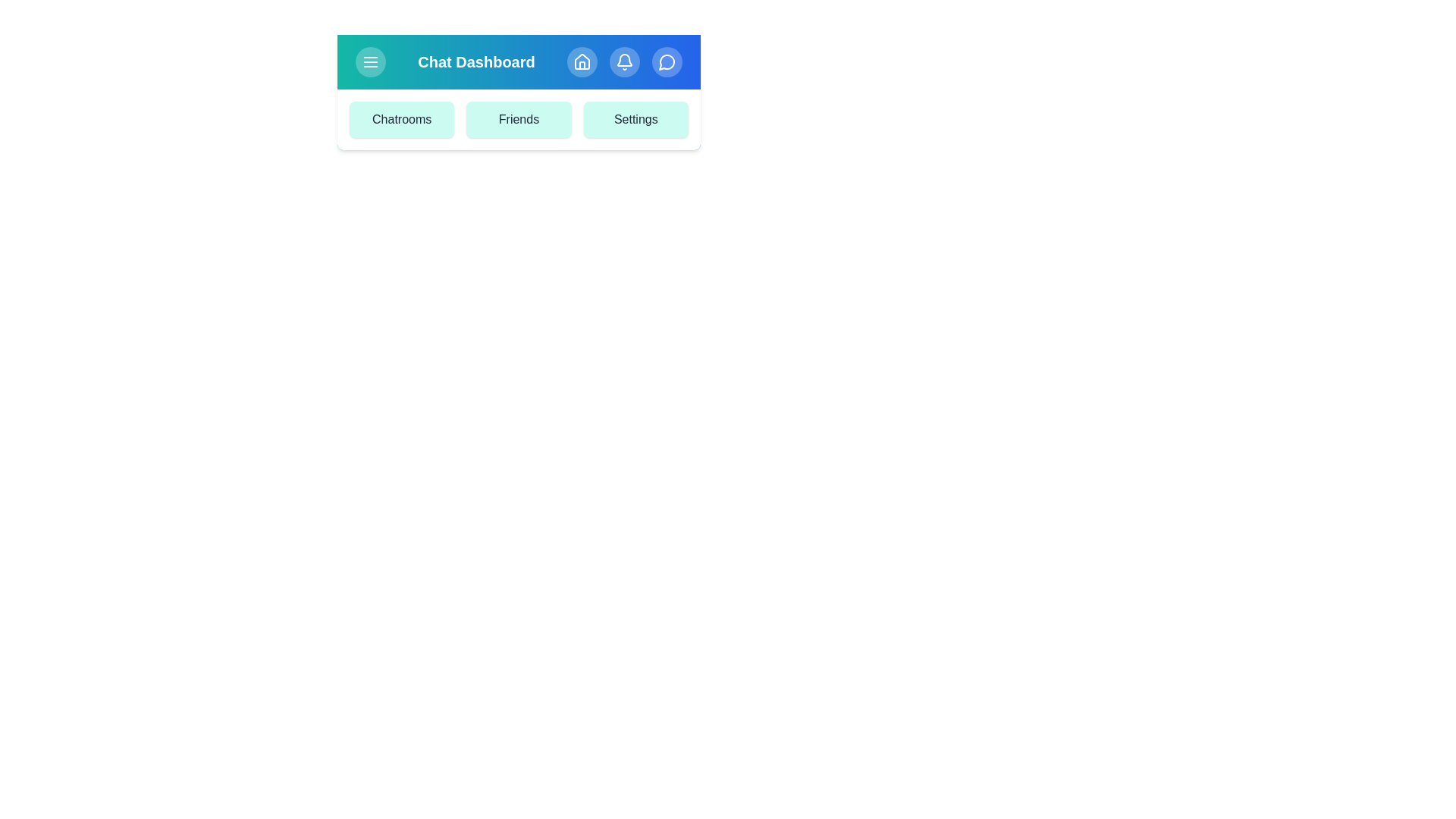 Image resolution: width=1456 pixels, height=819 pixels. I want to click on the menu item Chatrooms, so click(401, 119).